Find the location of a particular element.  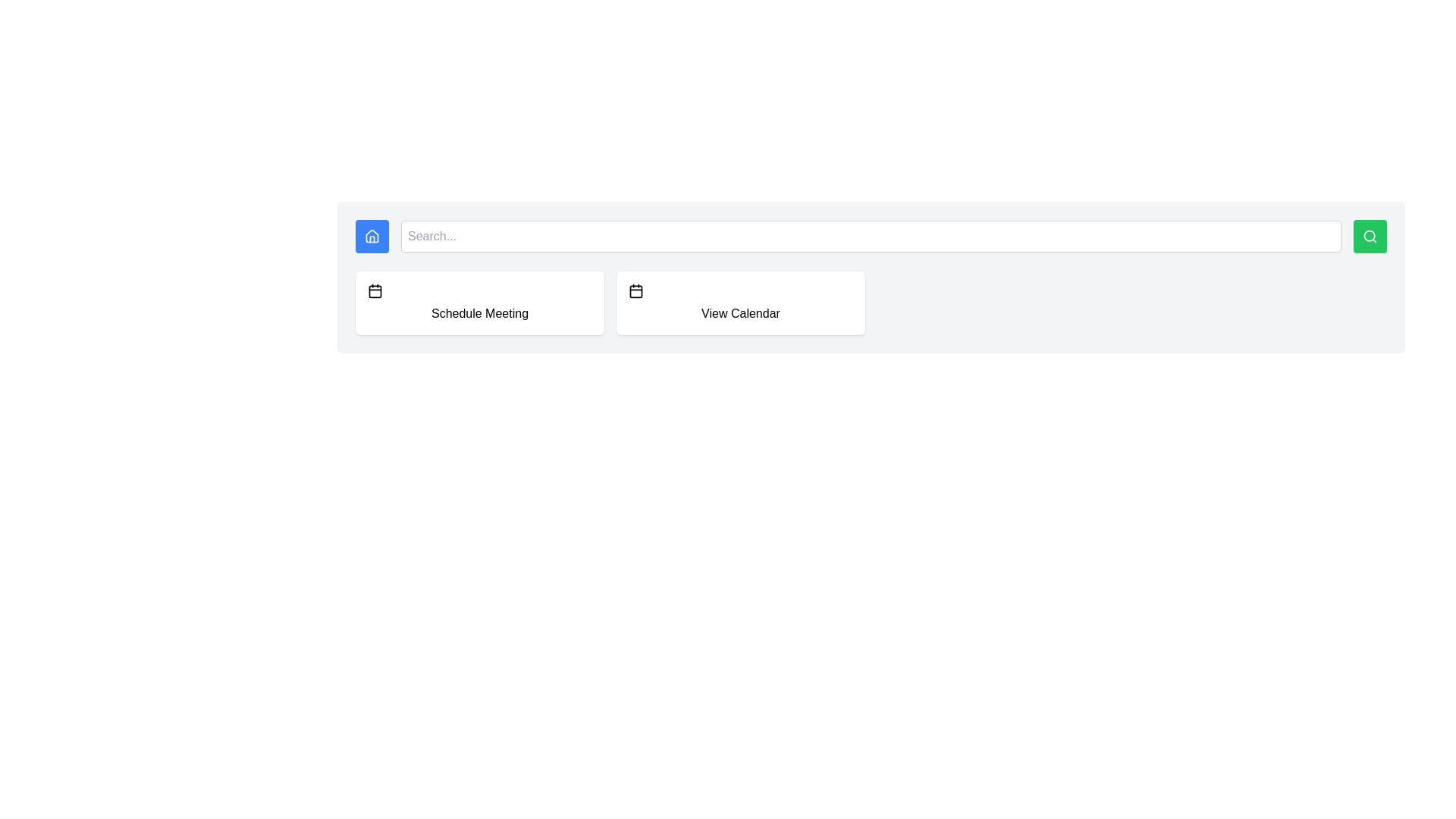

the central circular part of the search icon located in the top-right corner of the header, which is represented by a minimalistic SVG Circle is located at coordinates (1370, 236).